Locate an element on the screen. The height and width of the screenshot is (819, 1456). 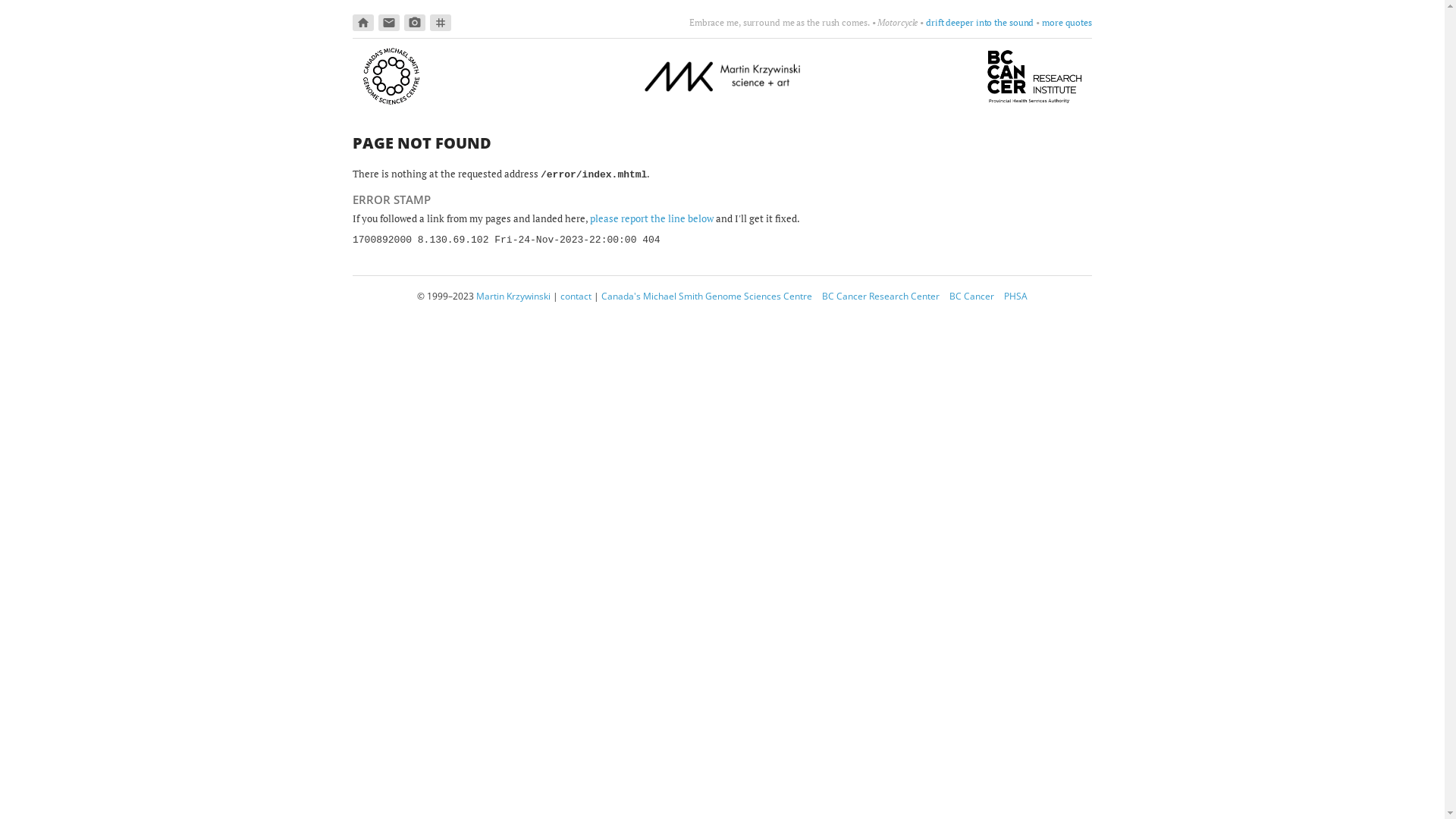
'tag' is located at coordinates (439, 23).